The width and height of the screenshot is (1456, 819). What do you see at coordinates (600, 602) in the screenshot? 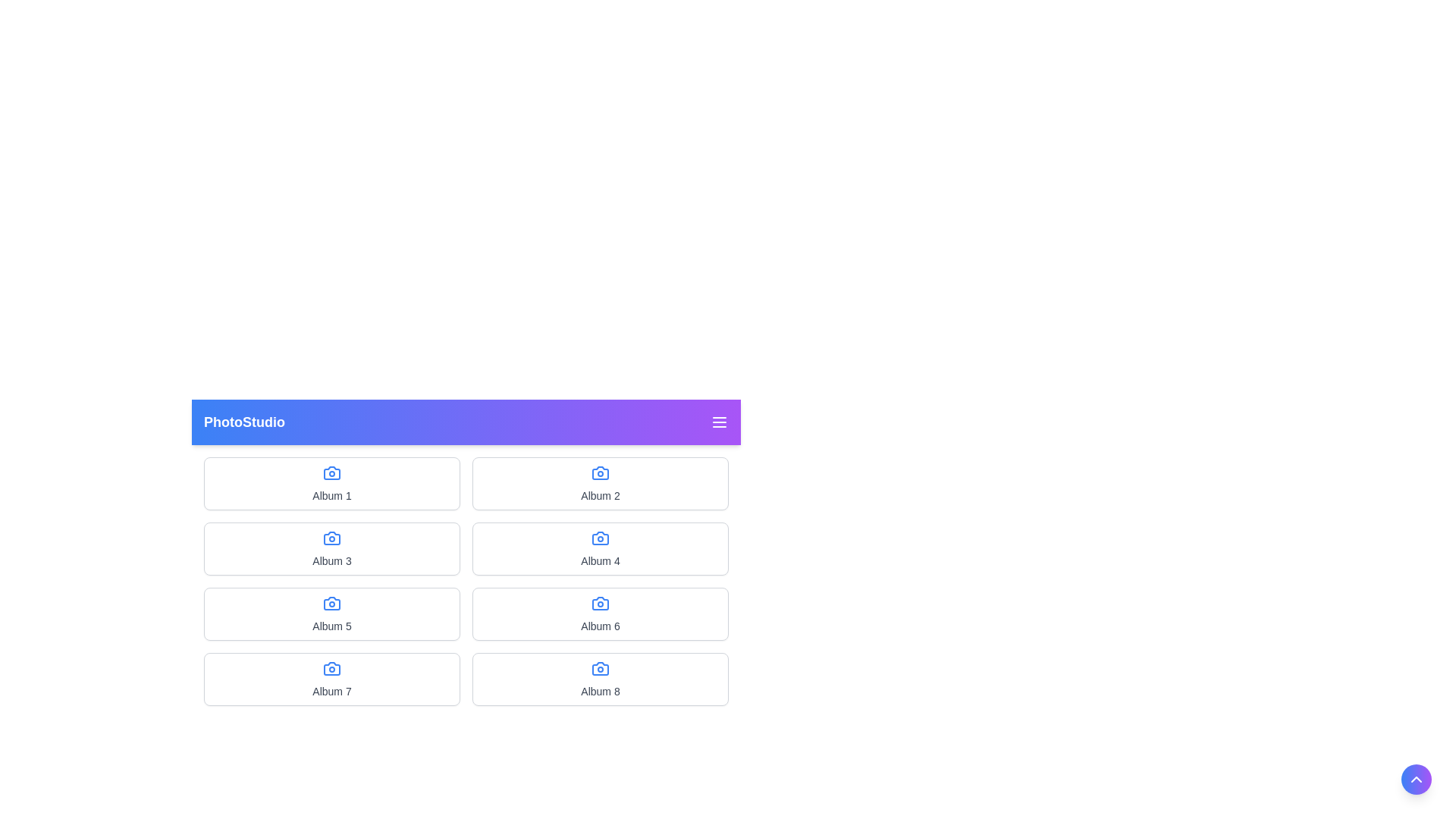
I see `the camera icon in the sixth item of the grid layout labeled 'Album 6', which is located below the title 'PhotoStudio'` at bounding box center [600, 602].